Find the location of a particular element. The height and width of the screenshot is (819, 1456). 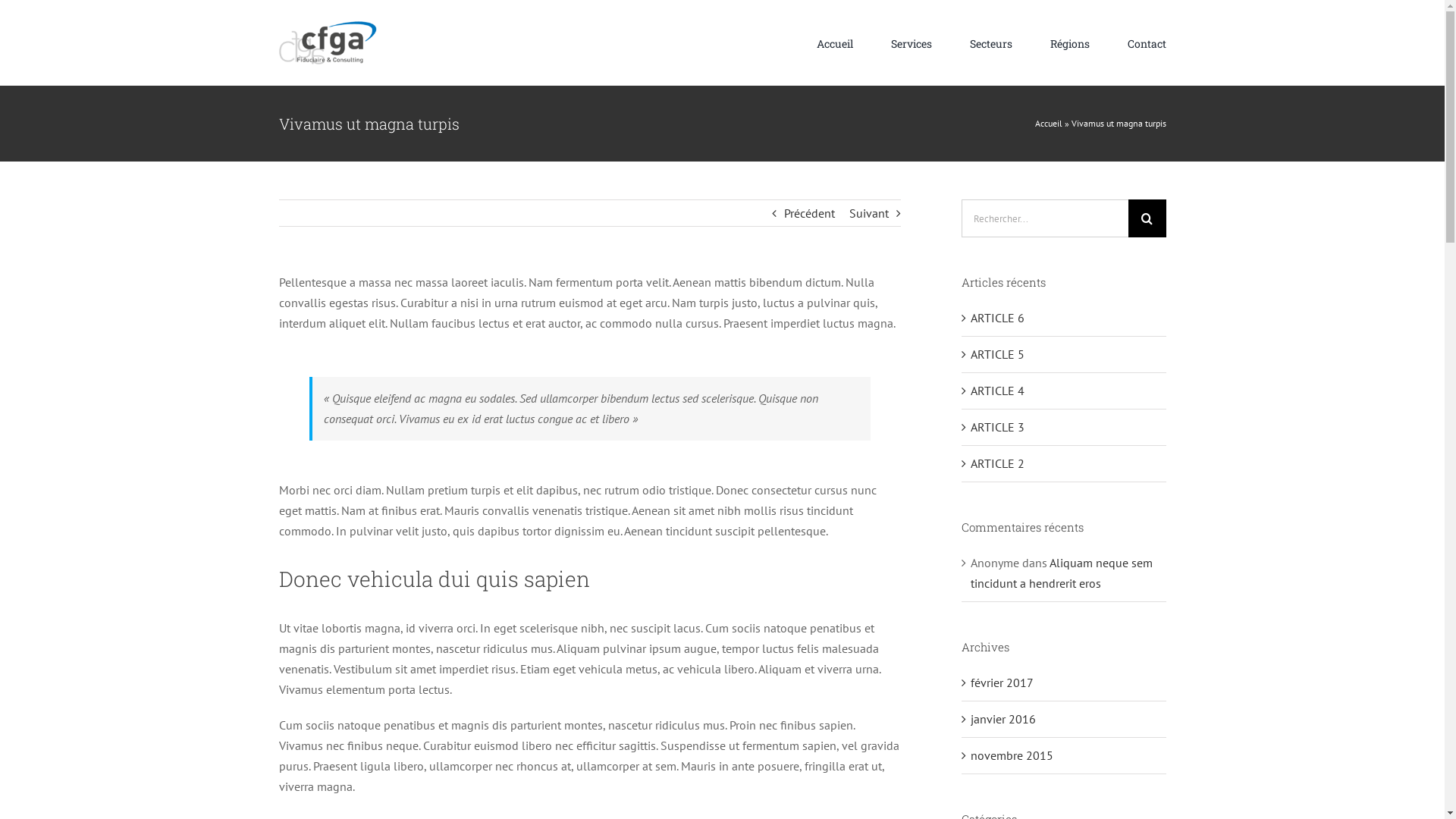

'ARTICLE 2' is located at coordinates (997, 462).